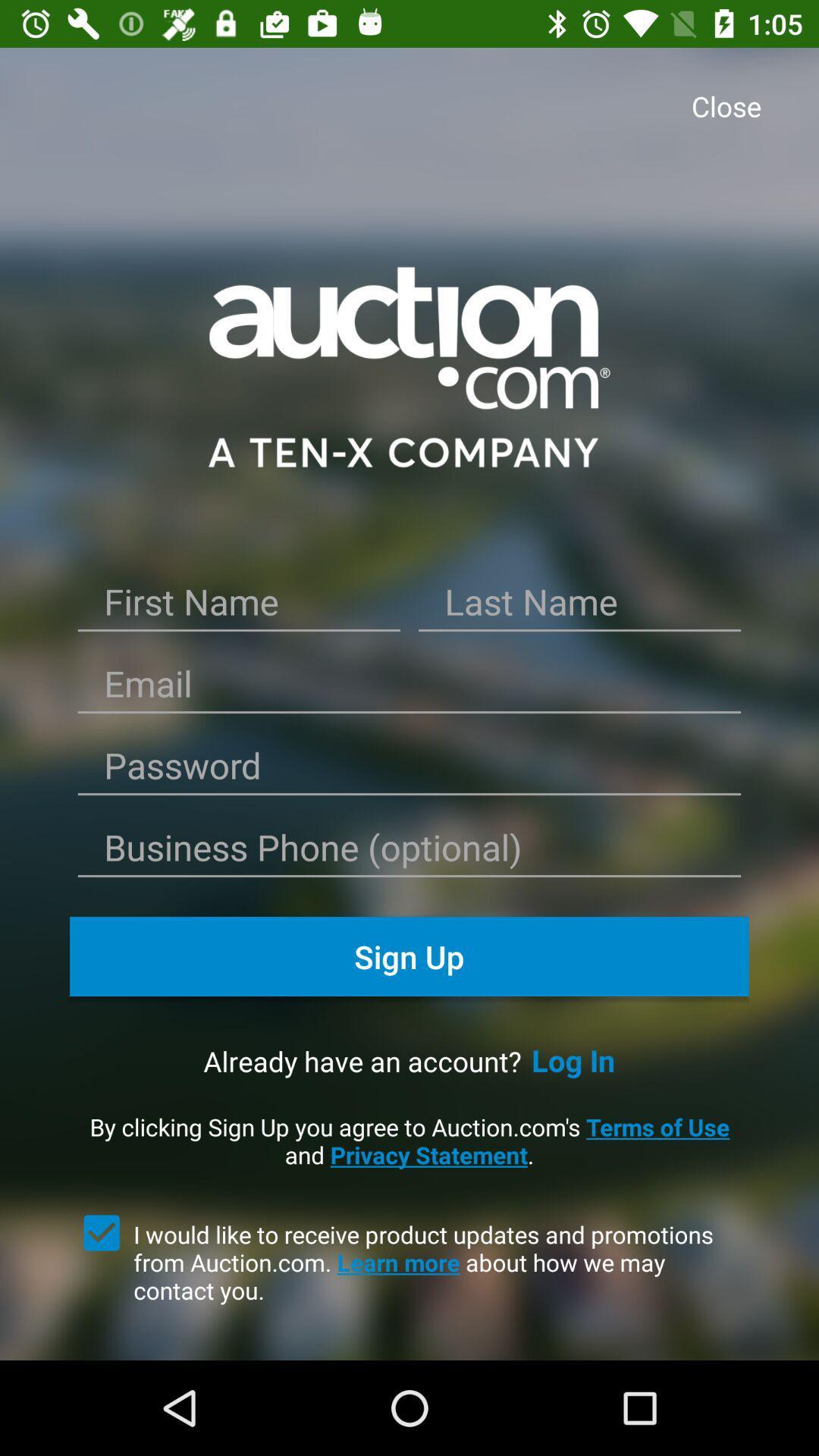  Describe the element at coordinates (102, 1233) in the screenshot. I see `receive emails` at that location.